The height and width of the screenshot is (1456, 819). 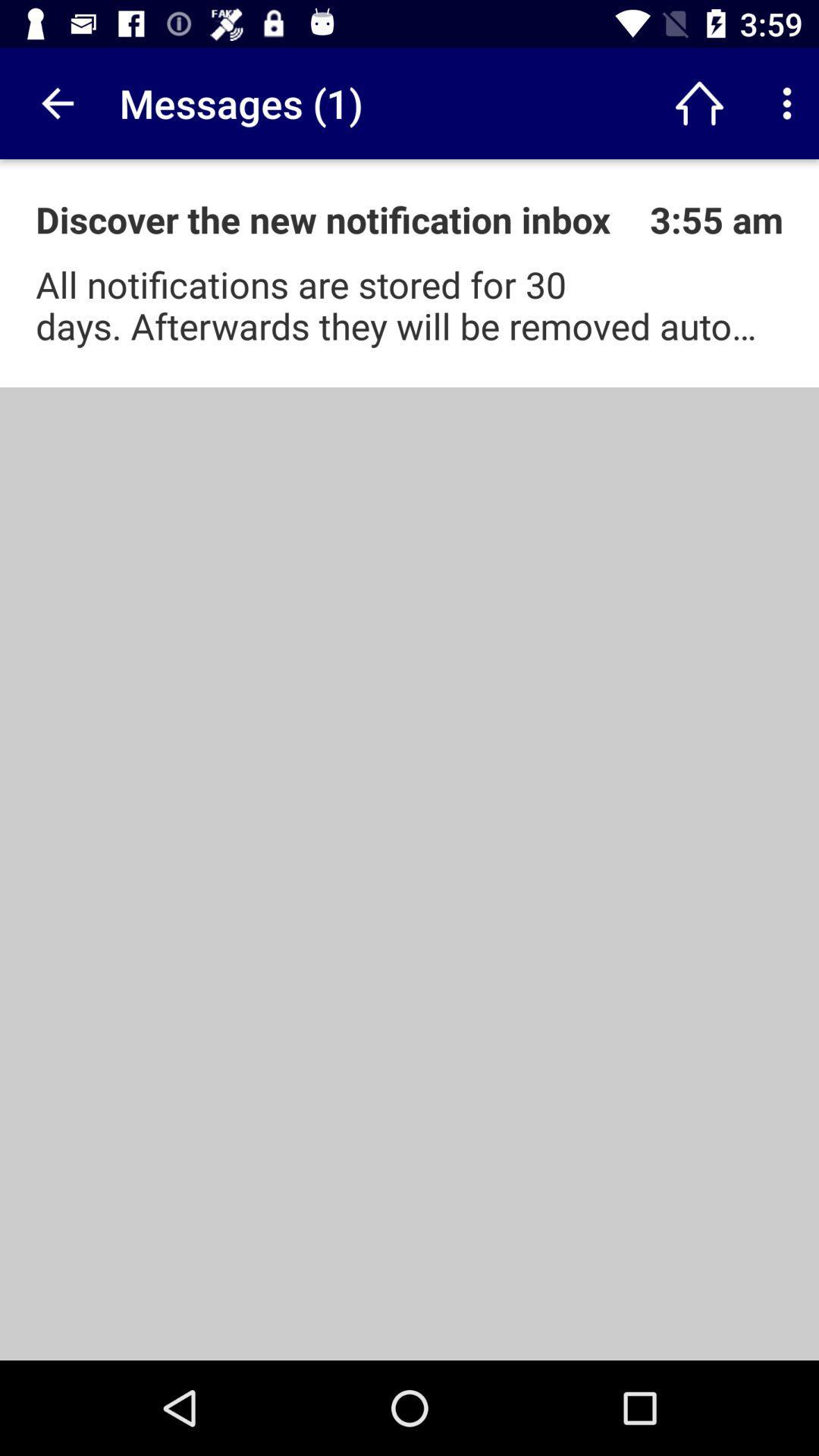 What do you see at coordinates (55, 102) in the screenshot?
I see `app next to the messages (1) icon` at bounding box center [55, 102].